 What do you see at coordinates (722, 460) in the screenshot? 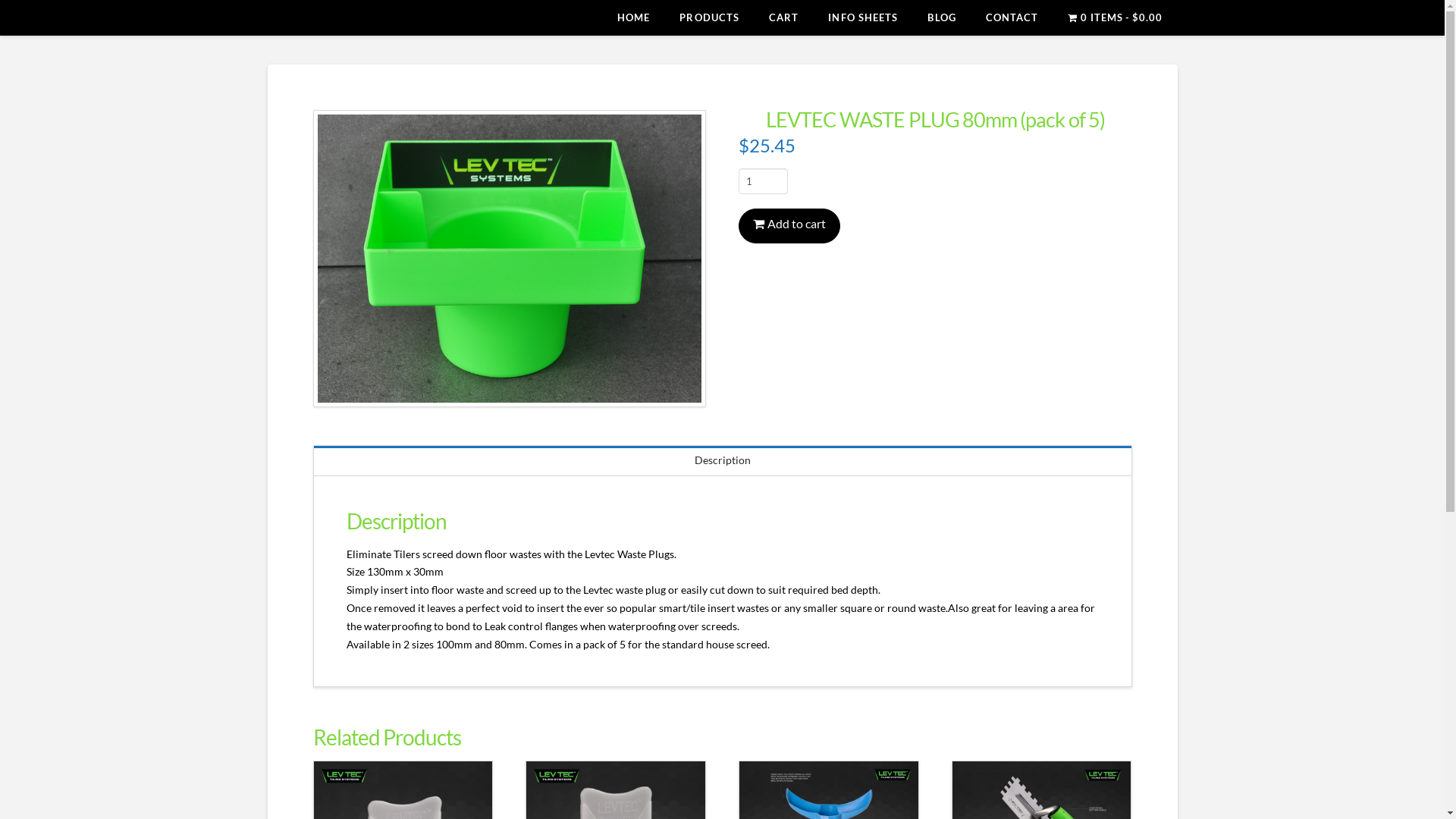
I see `'Description'` at bounding box center [722, 460].